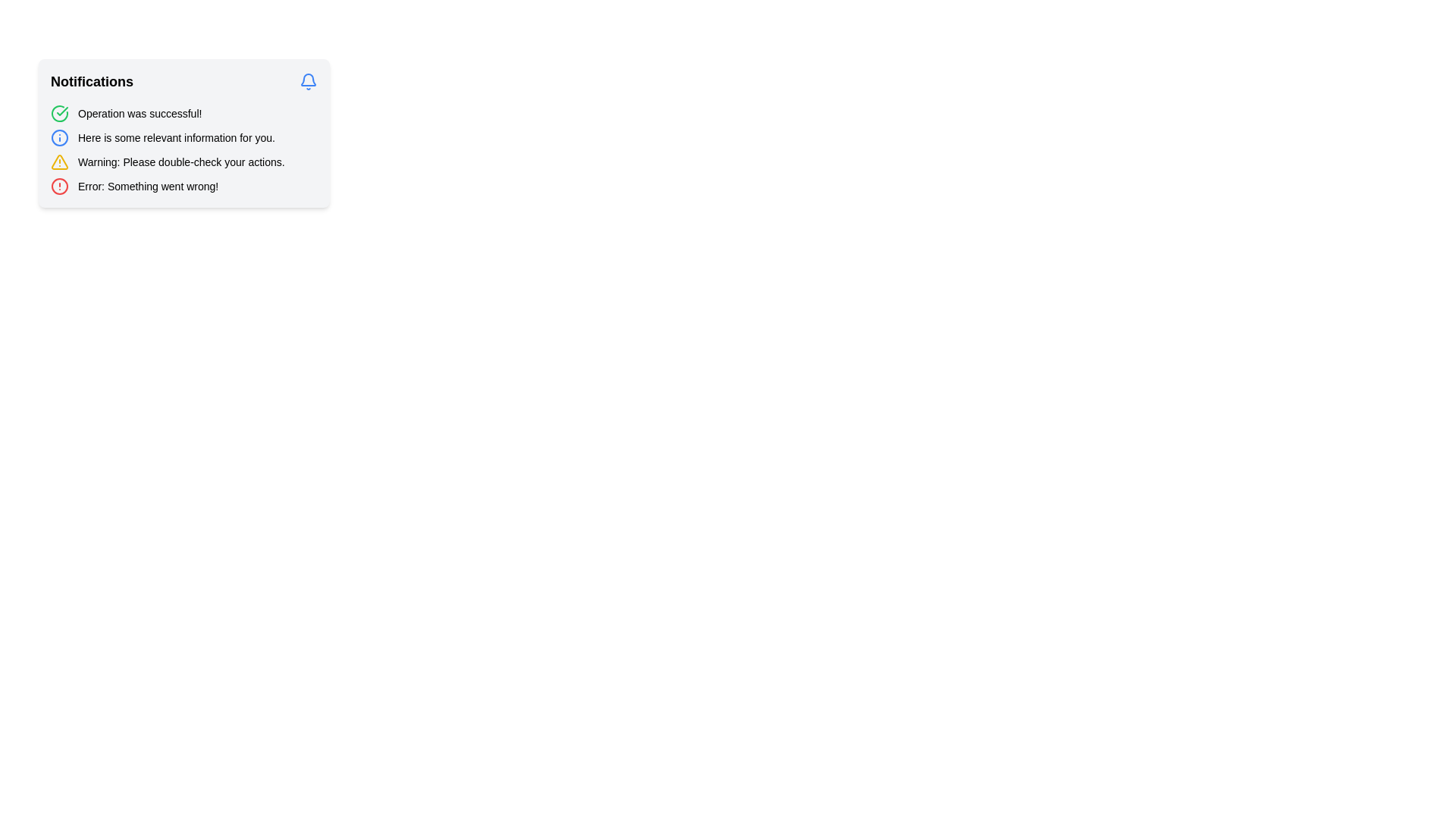 This screenshot has height=819, width=1456. What do you see at coordinates (184, 149) in the screenshot?
I see `the notification panel icons to reveal any hidden interactions, which display system or application status messages with associated icons` at bounding box center [184, 149].